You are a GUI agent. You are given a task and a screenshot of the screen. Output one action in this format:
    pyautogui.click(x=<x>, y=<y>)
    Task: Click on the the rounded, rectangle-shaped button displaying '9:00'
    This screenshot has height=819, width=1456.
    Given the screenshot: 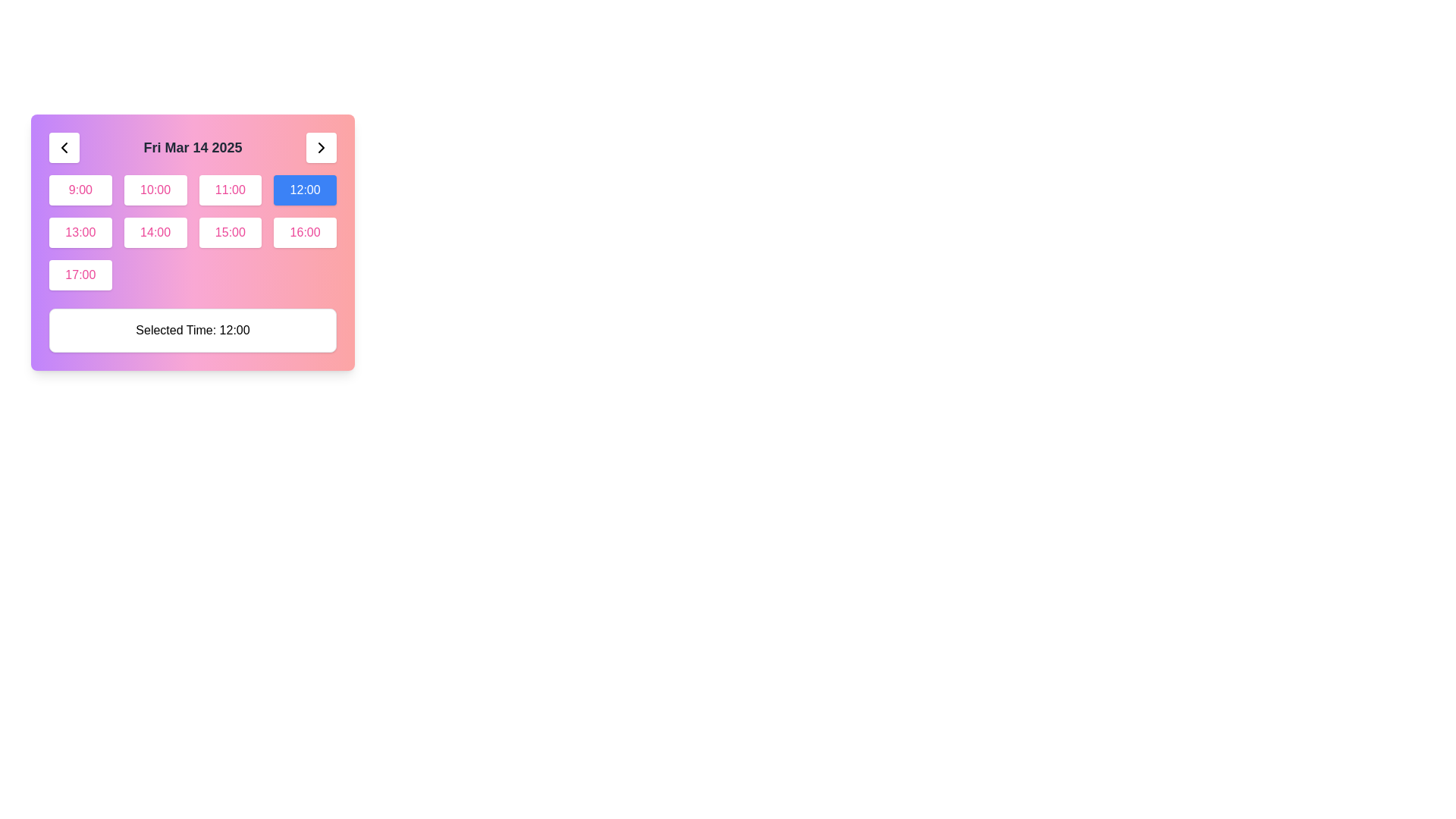 What is the action you would take?
    pyautogui.click(x=80, y=189)
    